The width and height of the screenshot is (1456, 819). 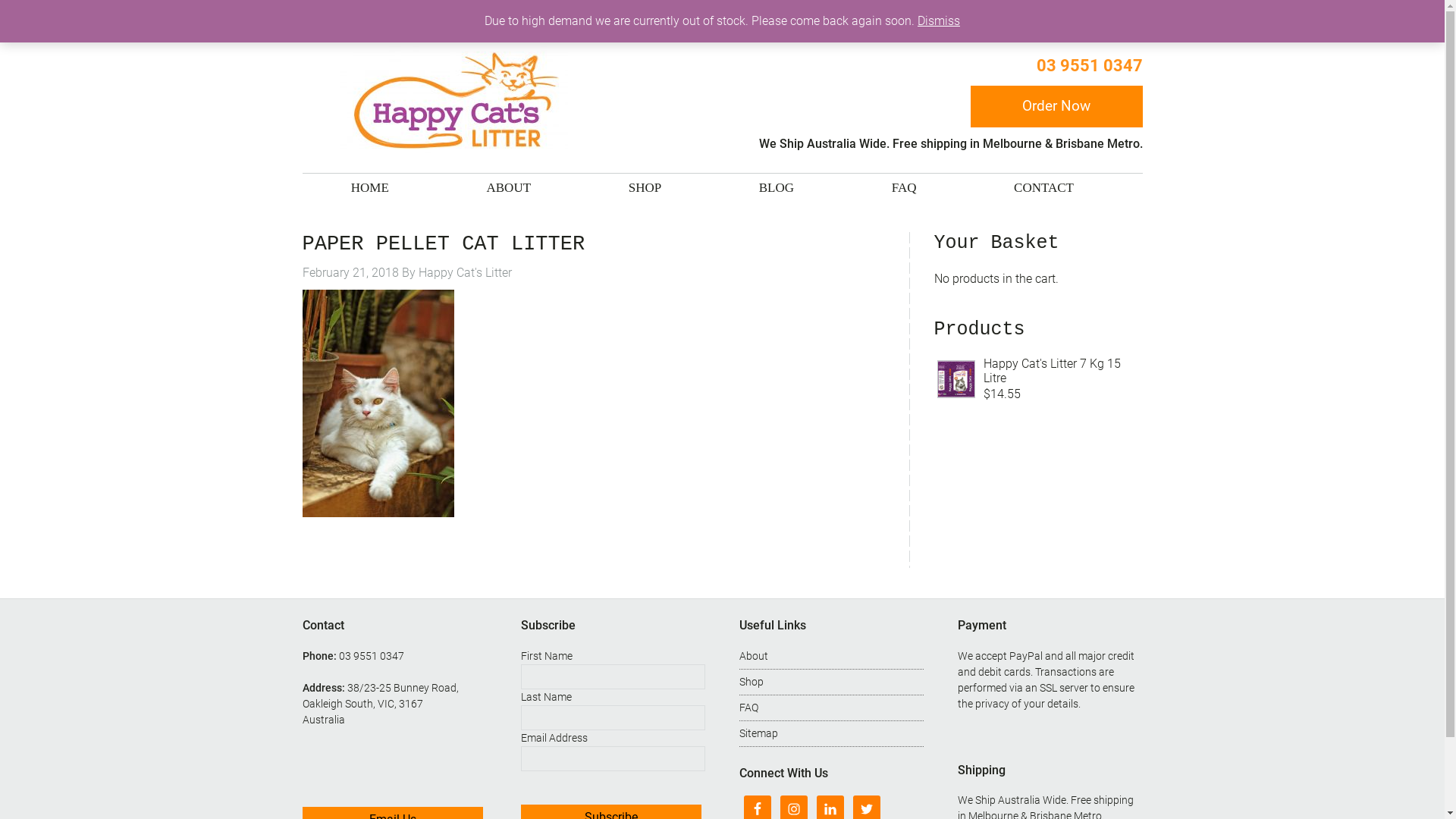 What do you see at coordinates (645, 187) in the screenshot?
I see `'SHOP'` at bounding box center [645, 187].